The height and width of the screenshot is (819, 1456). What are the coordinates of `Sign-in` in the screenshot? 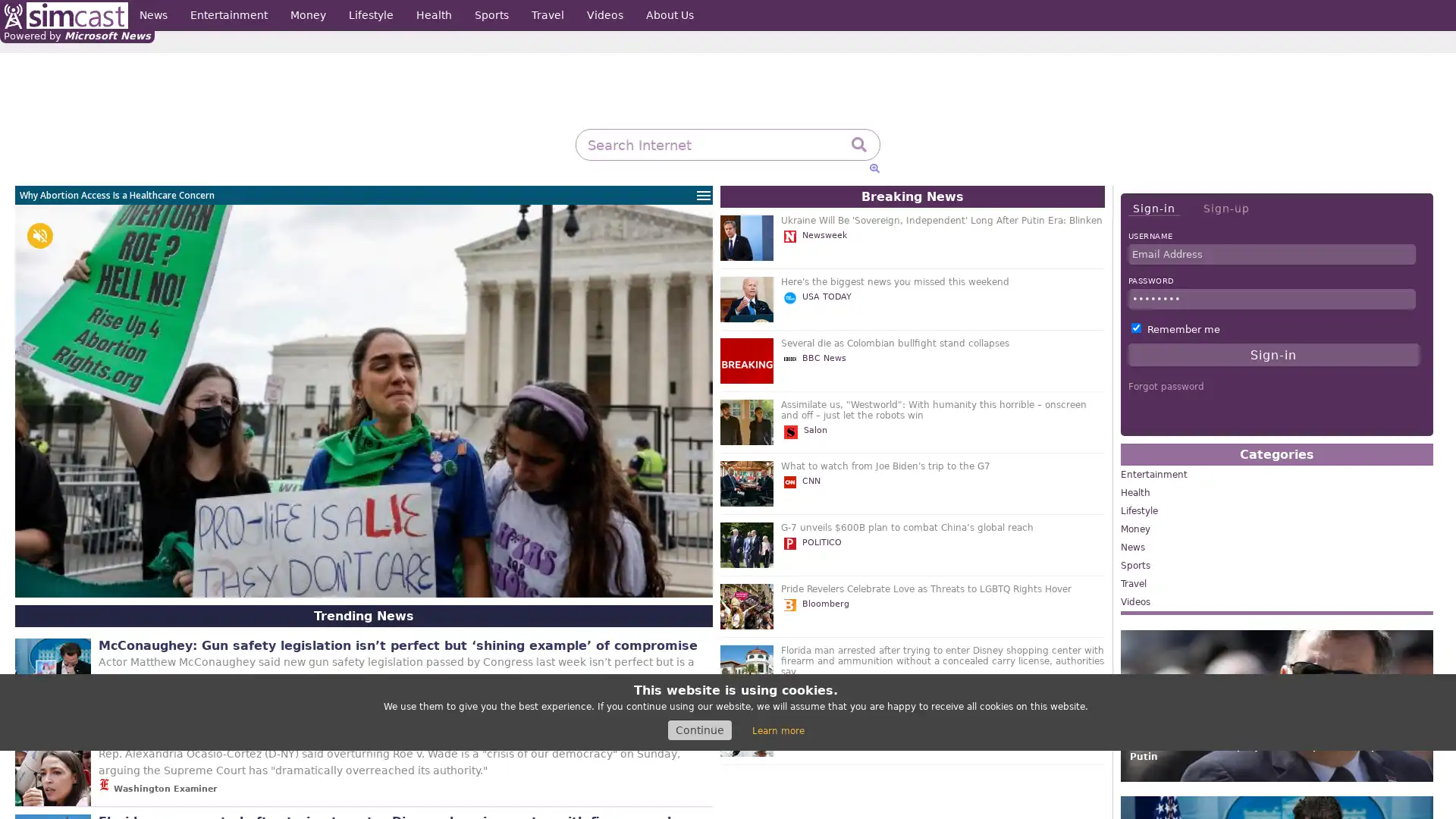 It's located at (1153, 209).